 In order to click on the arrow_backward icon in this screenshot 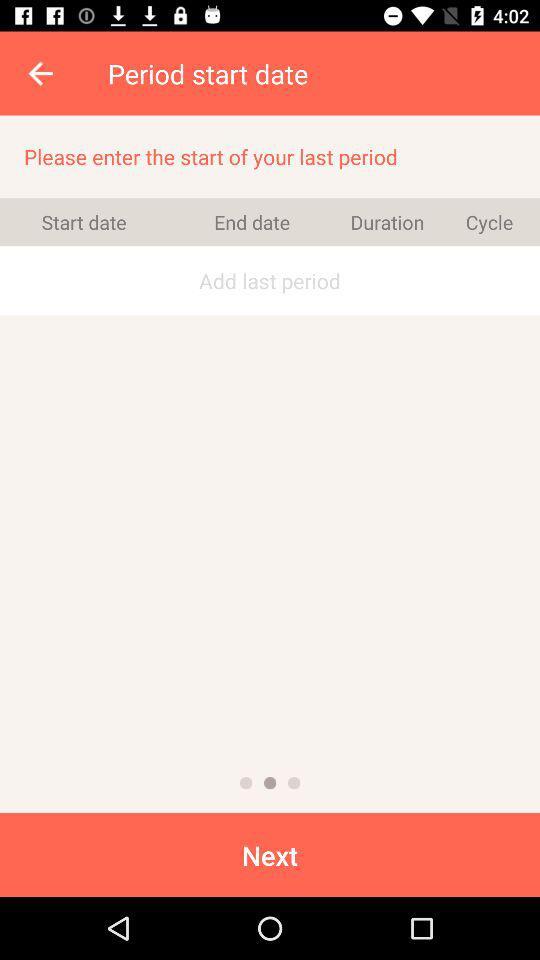, I will do `click(42, 73)`.